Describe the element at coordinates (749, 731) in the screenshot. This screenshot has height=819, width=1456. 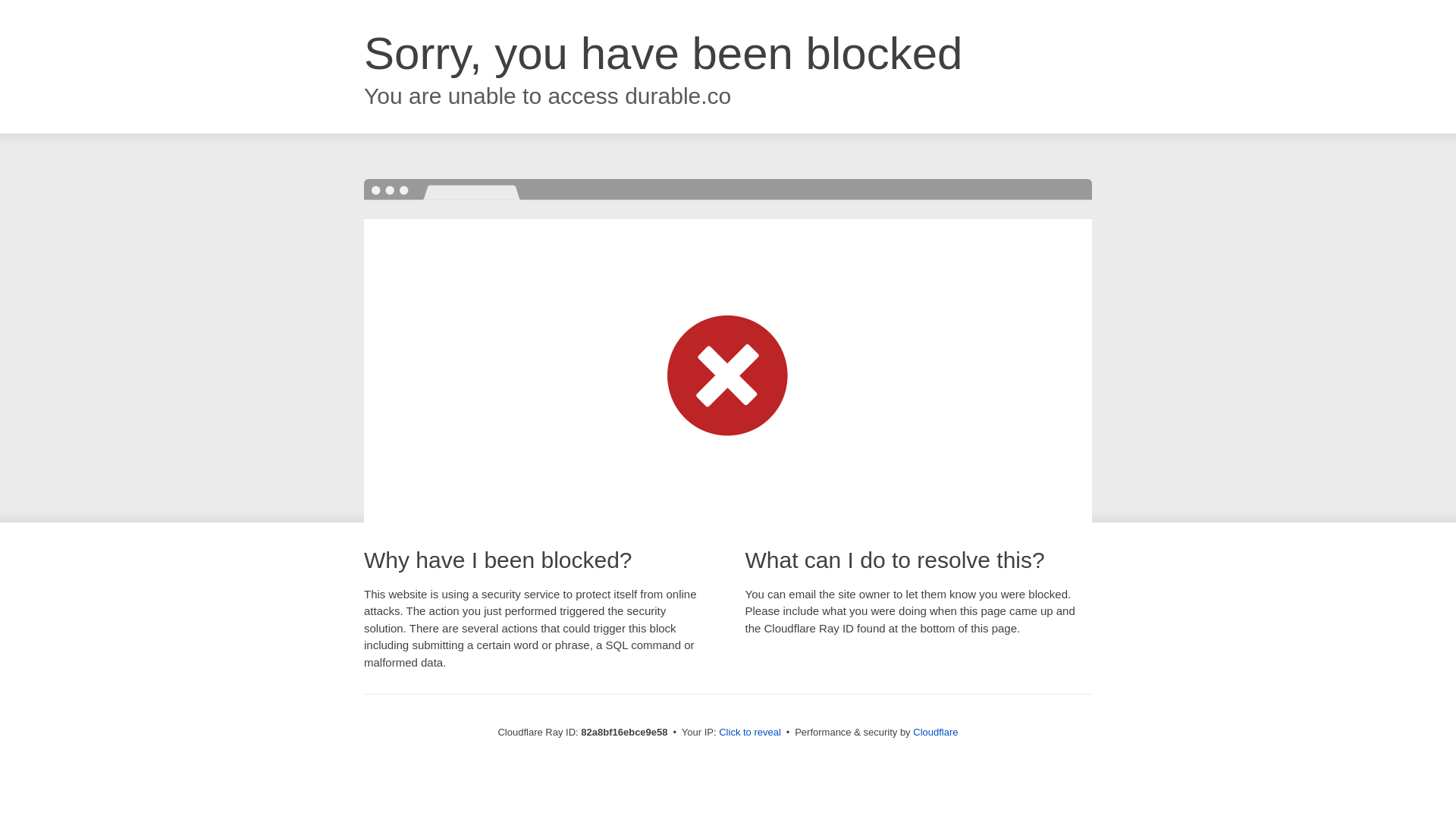
I see `'Click to reveal'` at that location.